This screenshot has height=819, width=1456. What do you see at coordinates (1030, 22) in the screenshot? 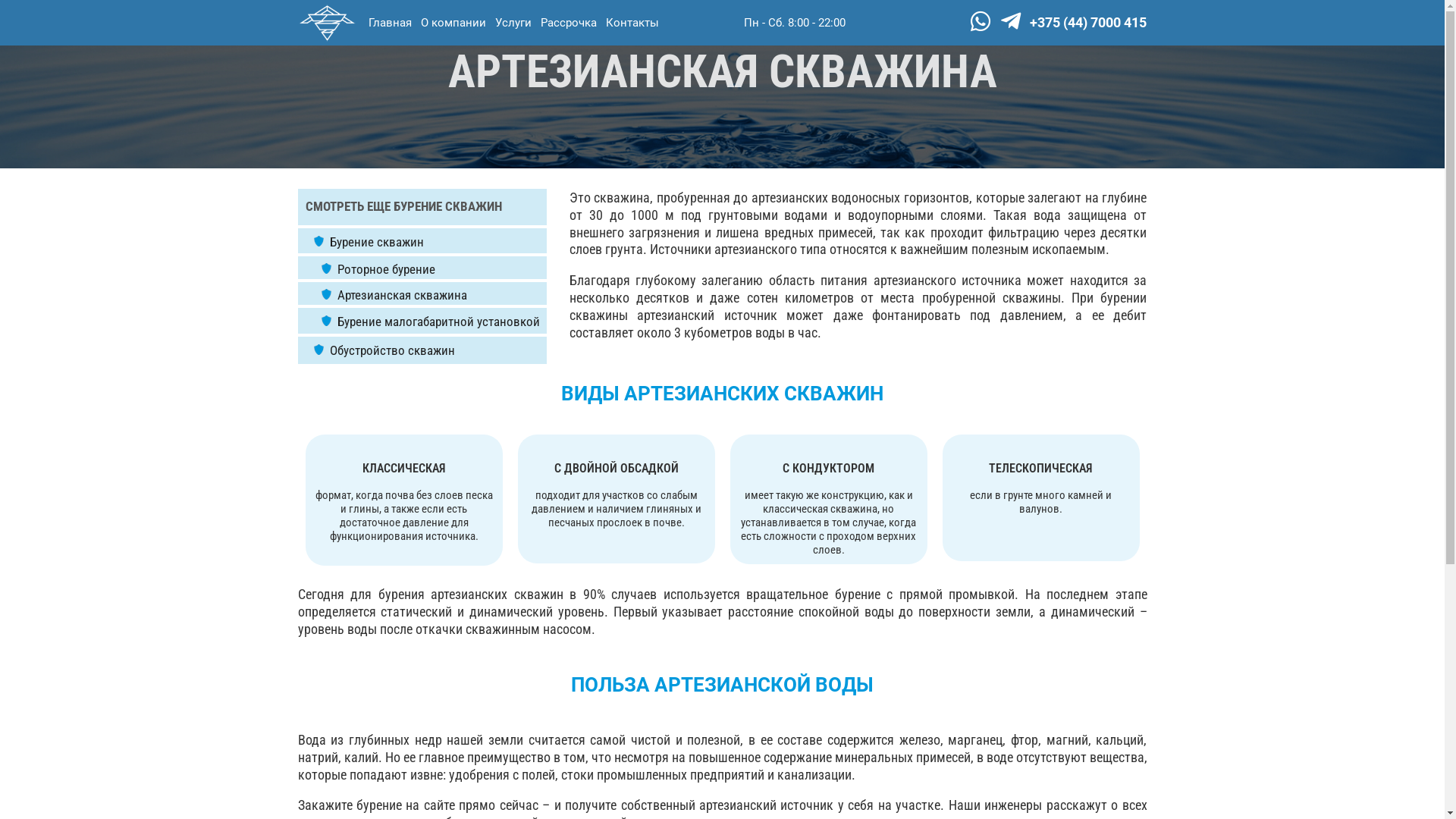
I see `'+375 (44) 7000 415'` at bounding box center [1030, 22].